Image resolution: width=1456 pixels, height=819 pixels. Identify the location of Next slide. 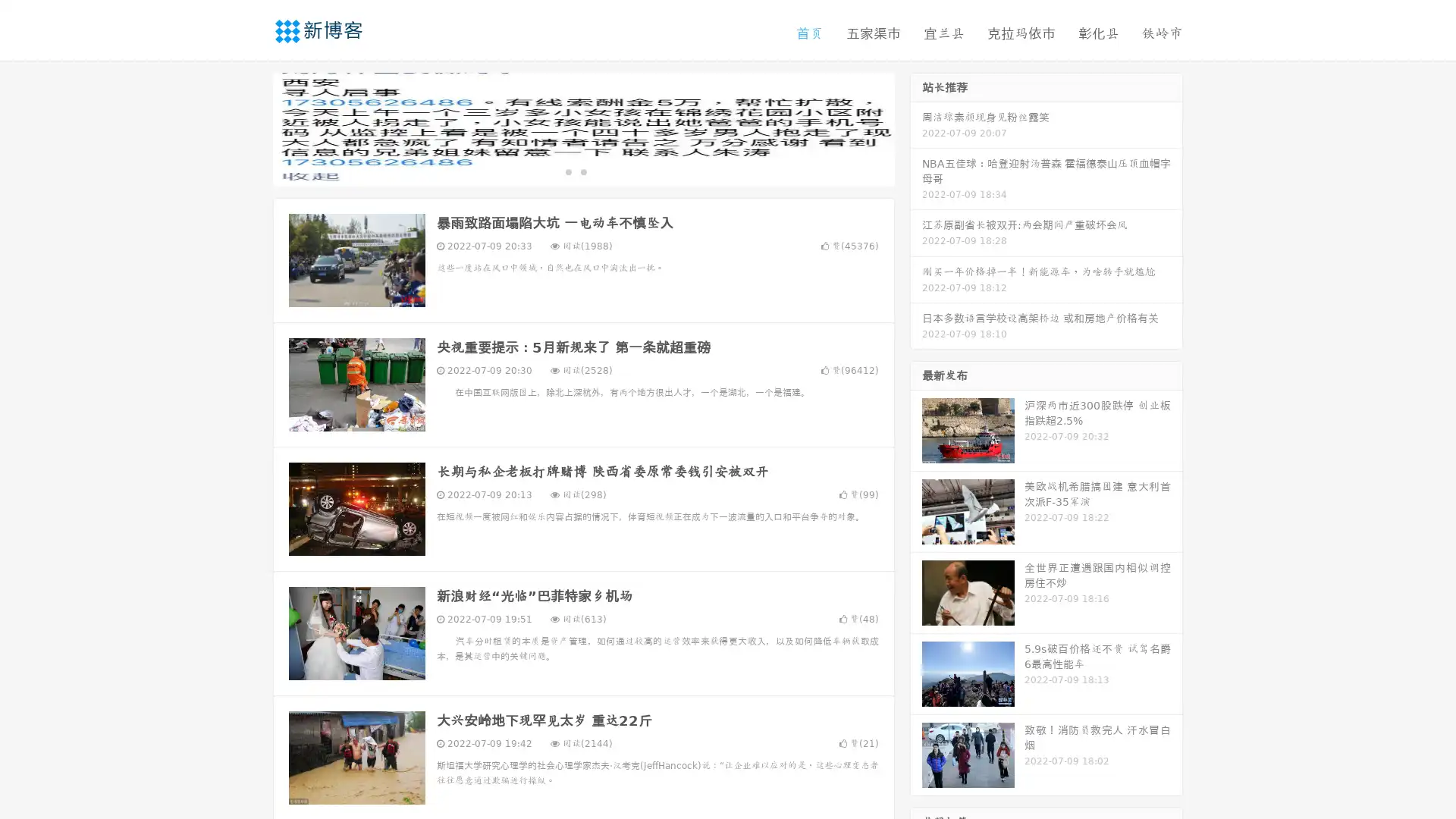
(916, 127).